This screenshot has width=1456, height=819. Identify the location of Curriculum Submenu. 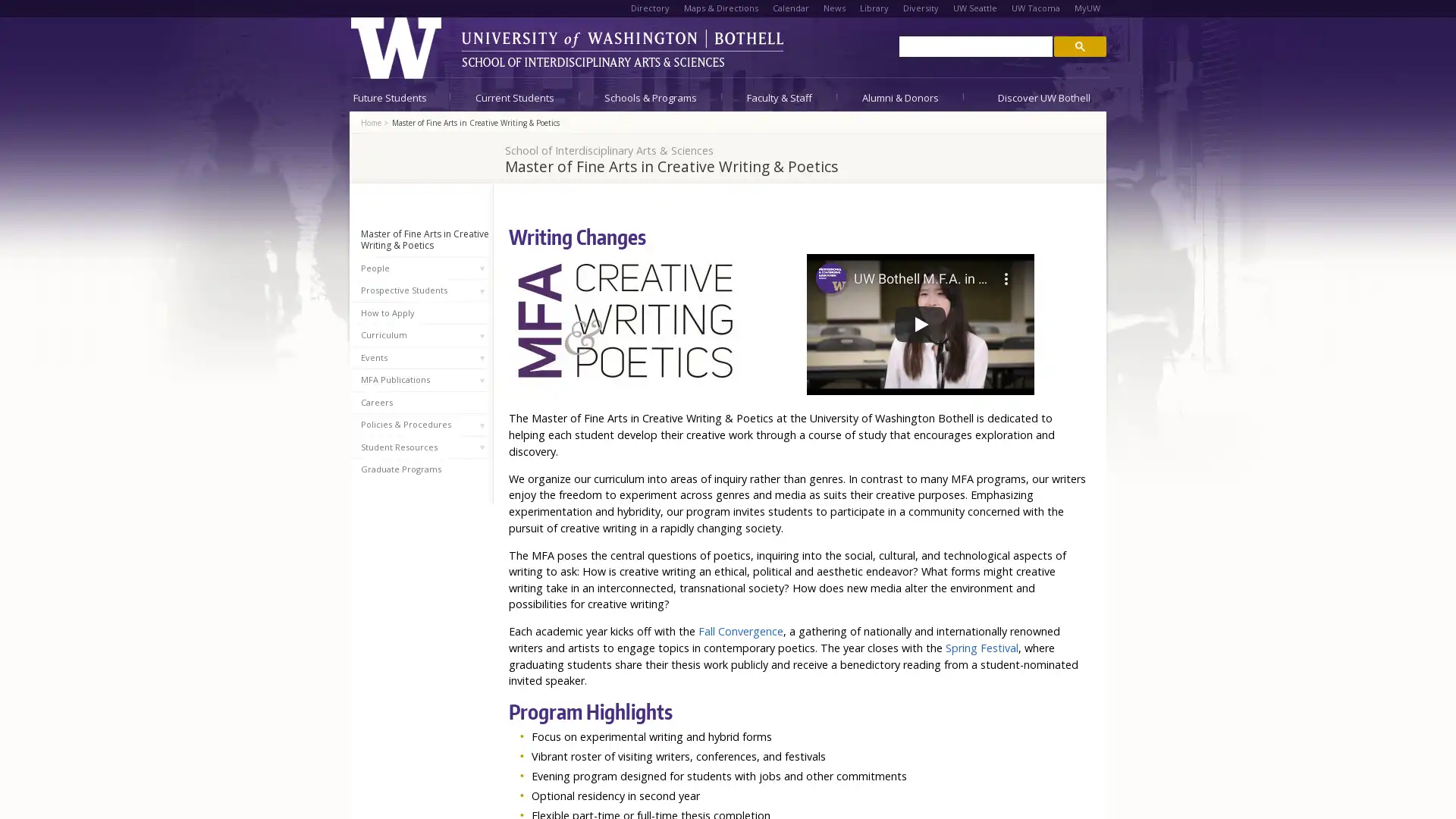
(482, 335).